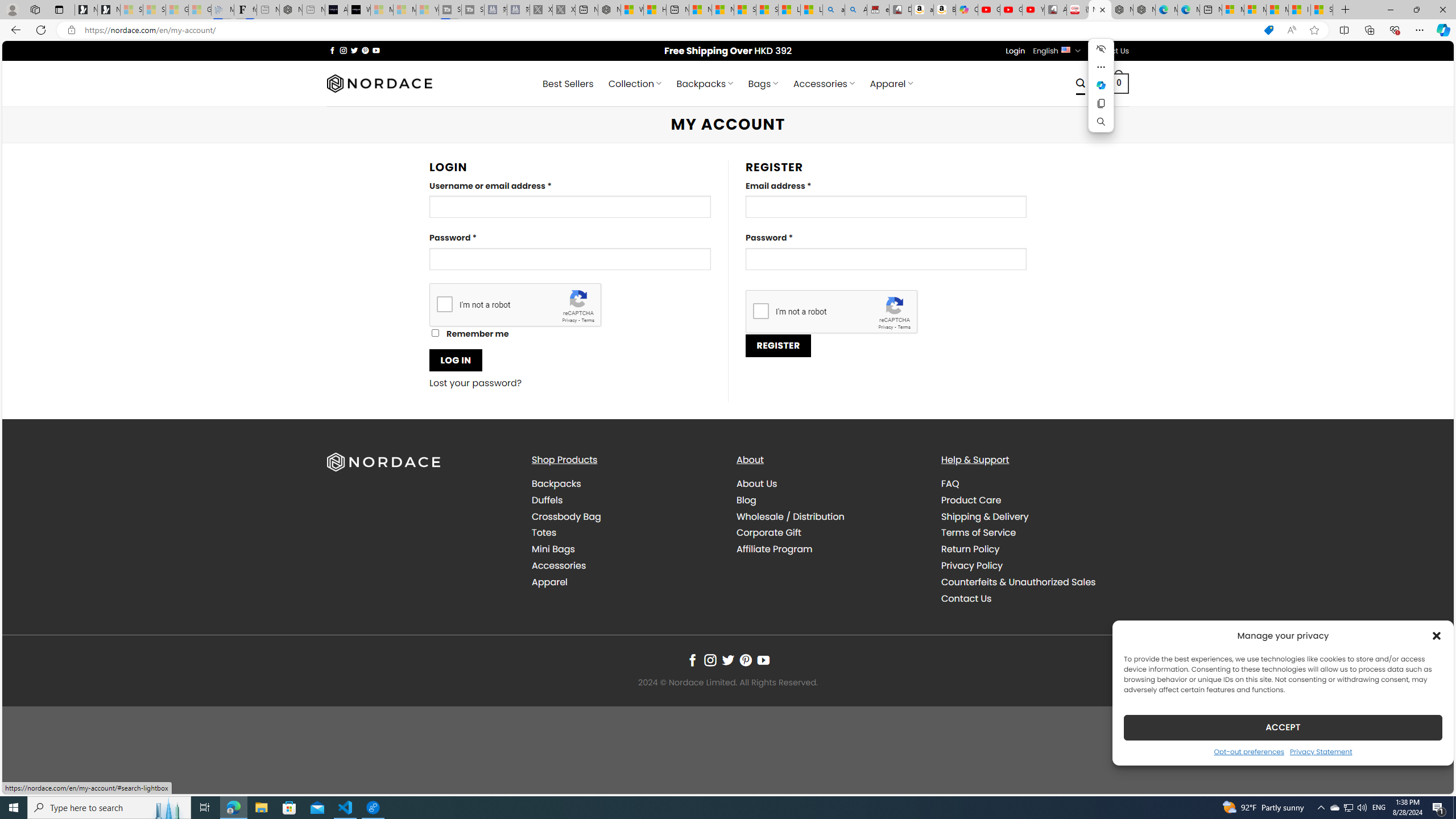 The image size is (1456, 819). Describe the element at coordinates (552, 549) in the screenshot. I see `'Mini Bags'` at that location.